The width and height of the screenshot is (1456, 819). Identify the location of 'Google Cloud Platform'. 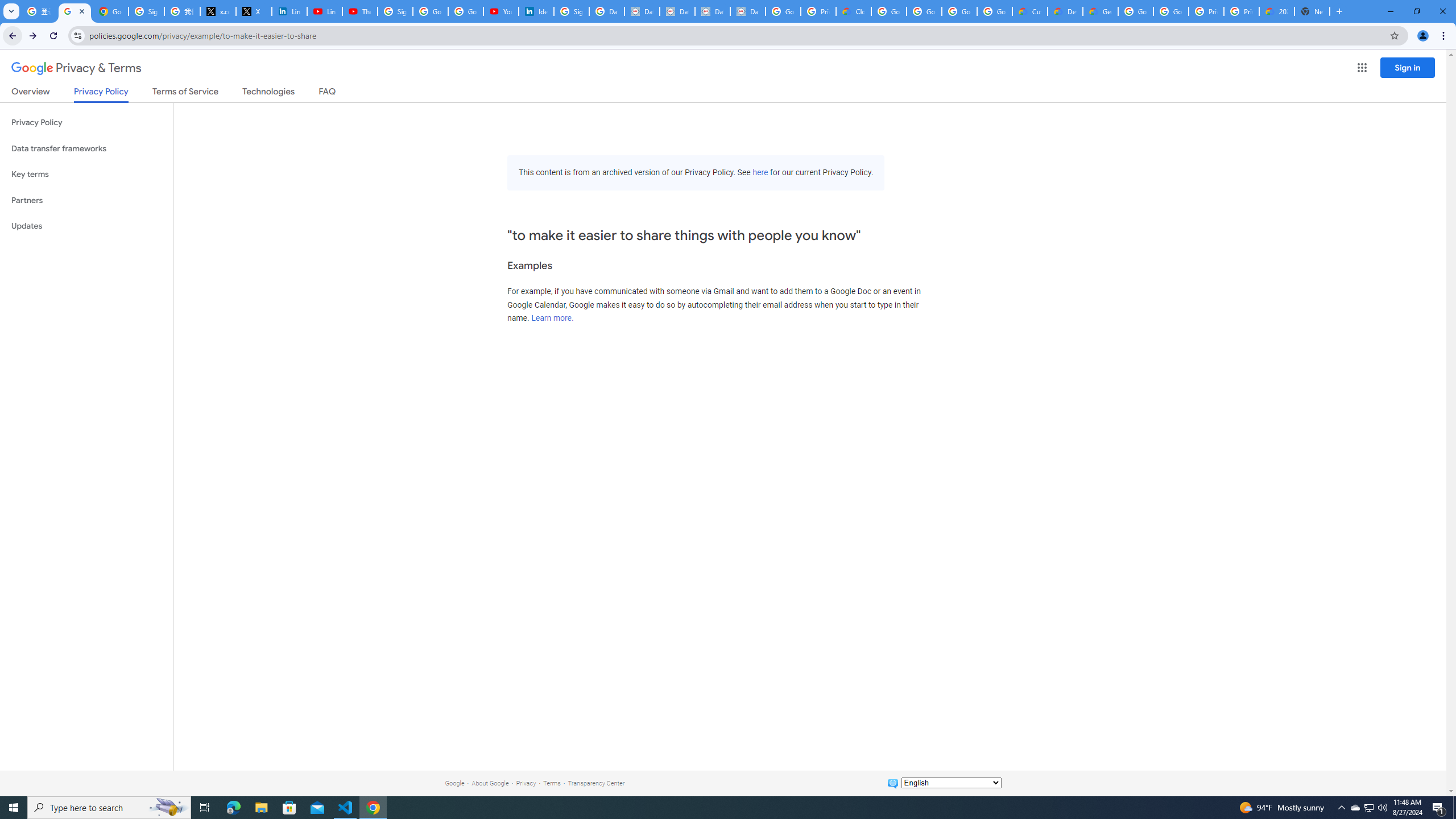
(1135, 11).